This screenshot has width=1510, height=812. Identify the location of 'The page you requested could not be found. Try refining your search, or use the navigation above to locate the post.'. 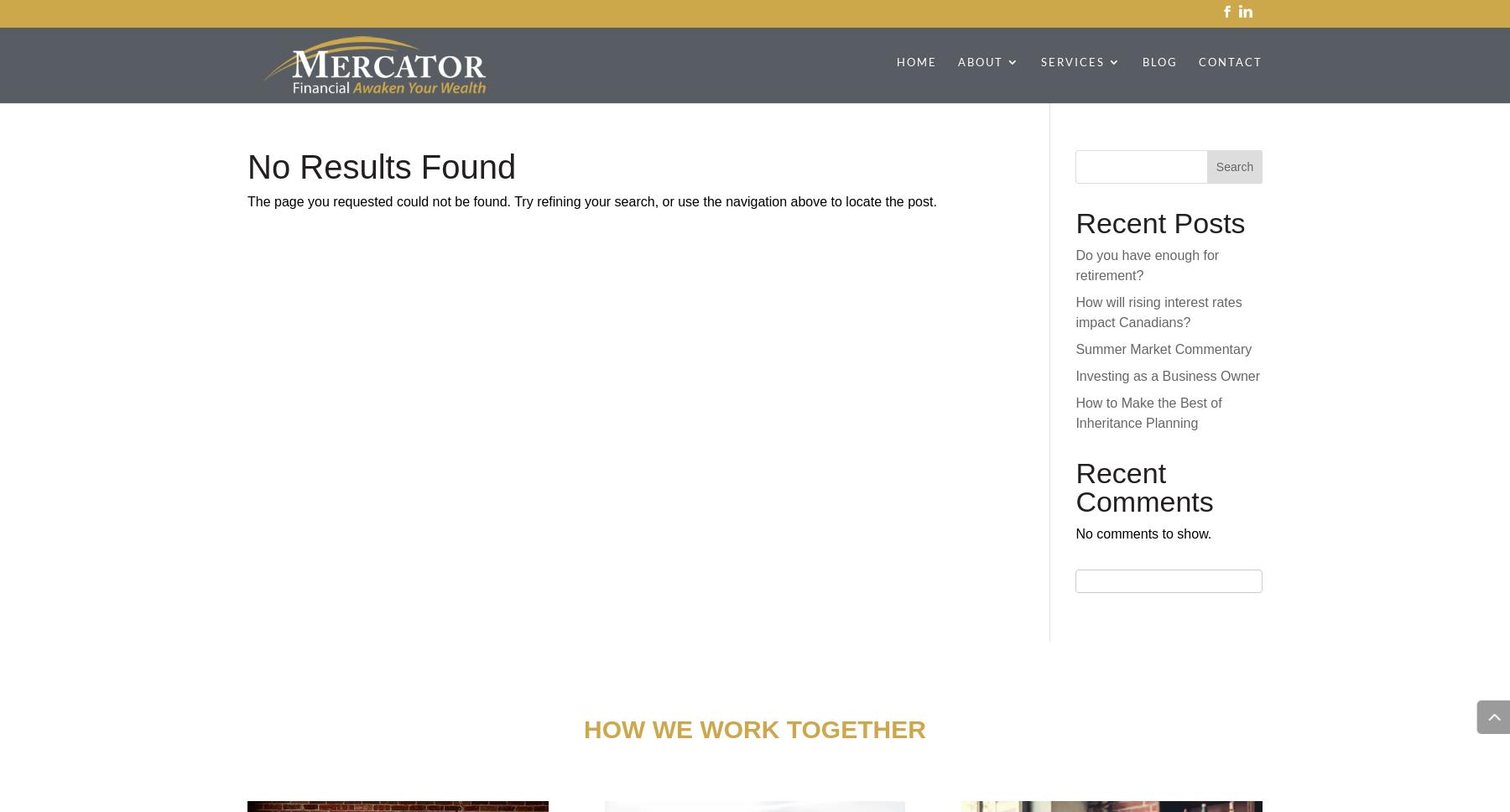
(591, 200).